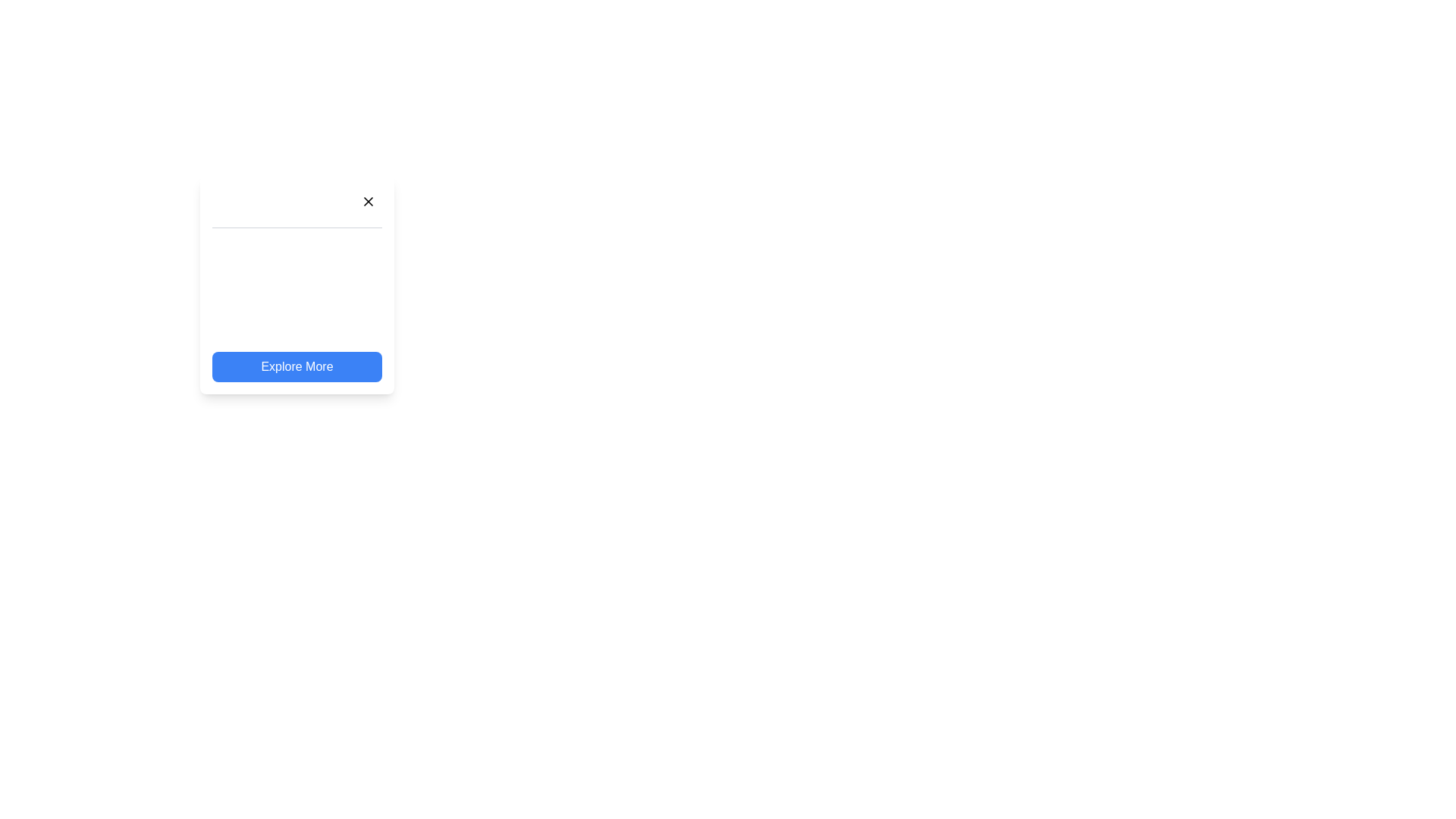  I want to click on the Close button icon located in the top-right corner of the card-like UI block, so click(368, 201).